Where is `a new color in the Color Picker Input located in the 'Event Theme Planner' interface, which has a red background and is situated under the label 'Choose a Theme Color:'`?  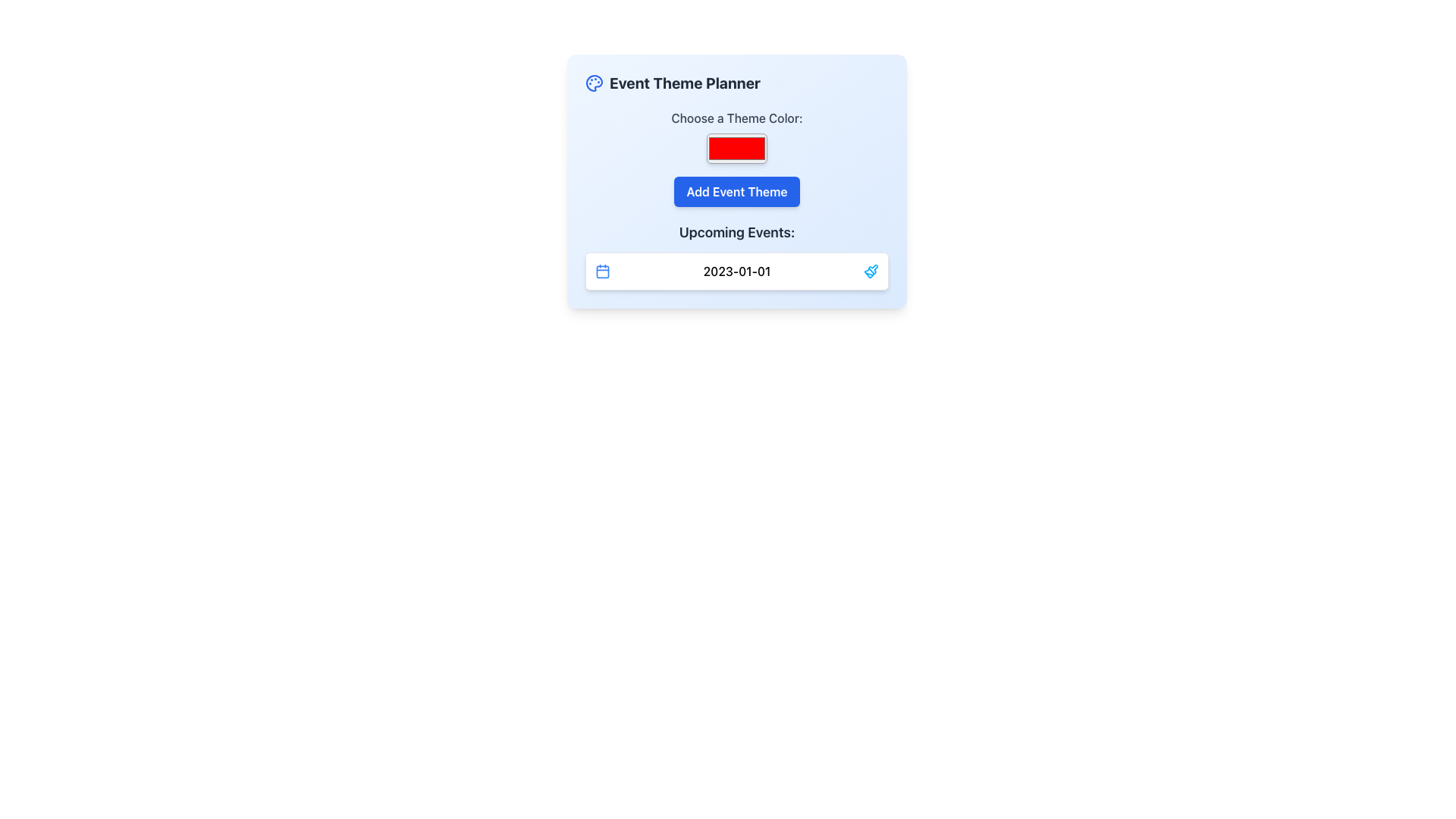 a new color in the Color Picker Input located in the 'Event Theme Planner' interface, which has a red background and is situated under the label 'Choose a Theme Color:' is located at coordinates (736, 149).